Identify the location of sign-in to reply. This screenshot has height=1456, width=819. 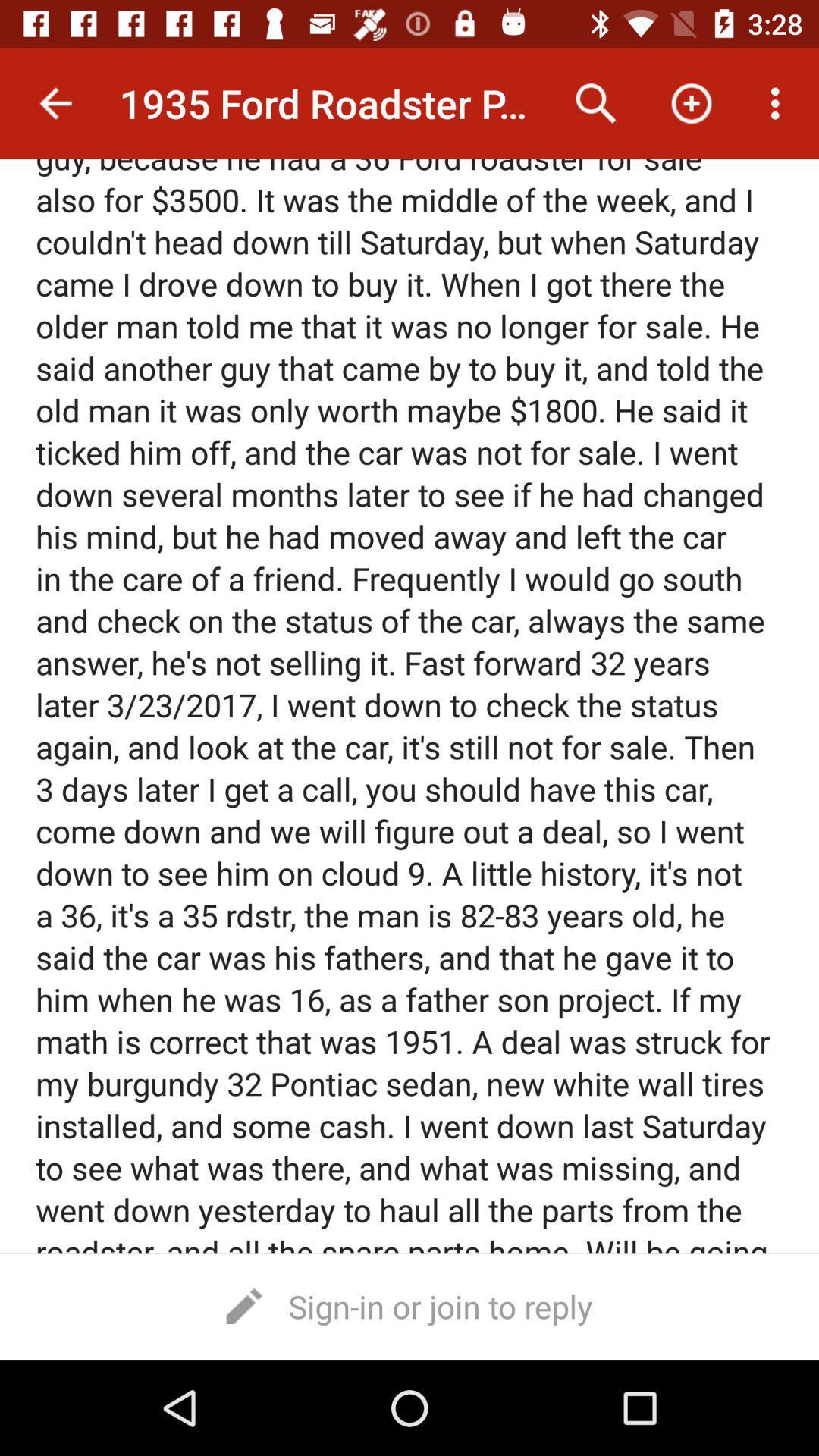
(409, 1305).